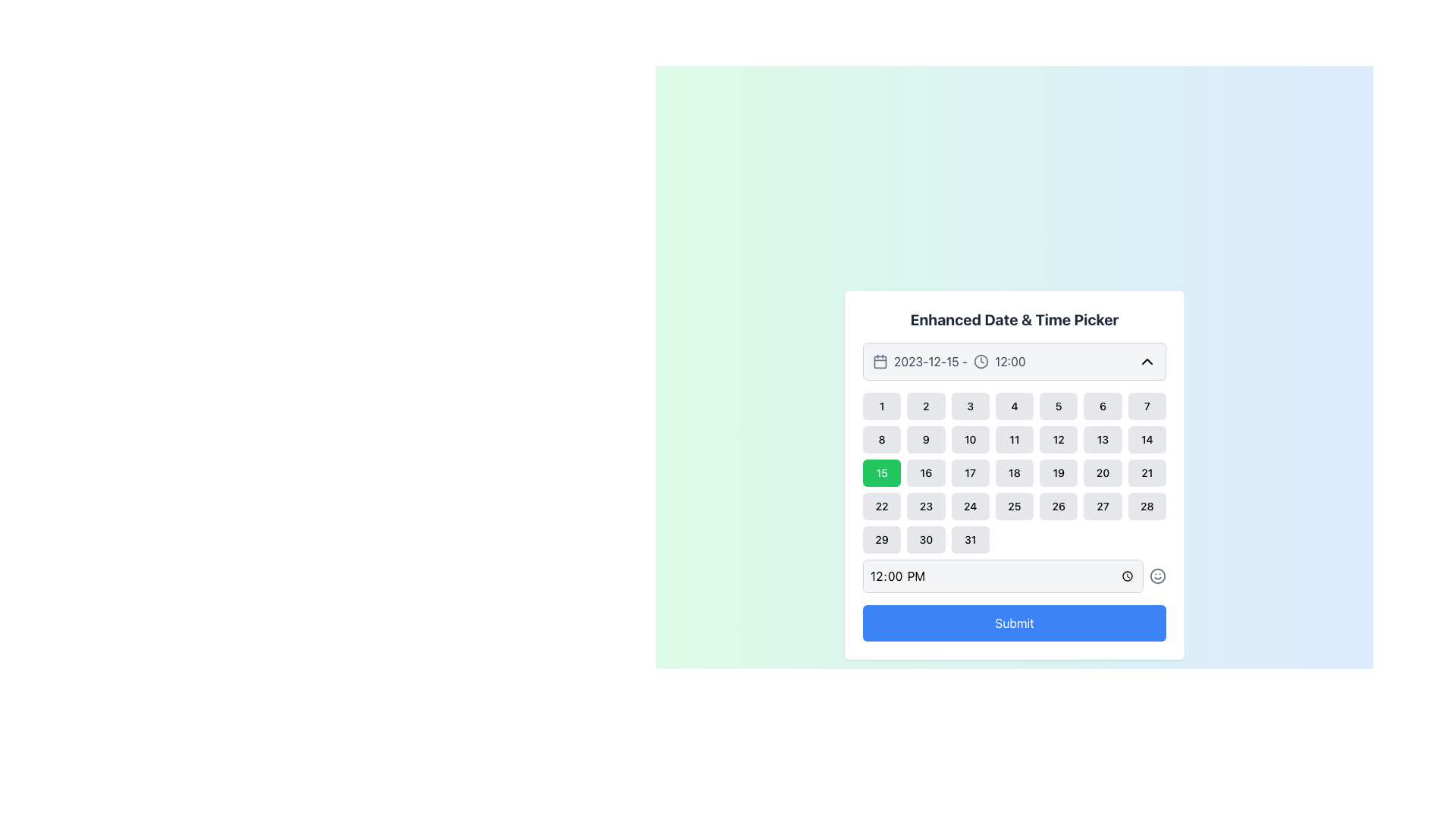 The width and height of the screenshot is (1456, 819). Describe the element at coordinates (1058, 472) in the screenshot. I see `the button` at that location.